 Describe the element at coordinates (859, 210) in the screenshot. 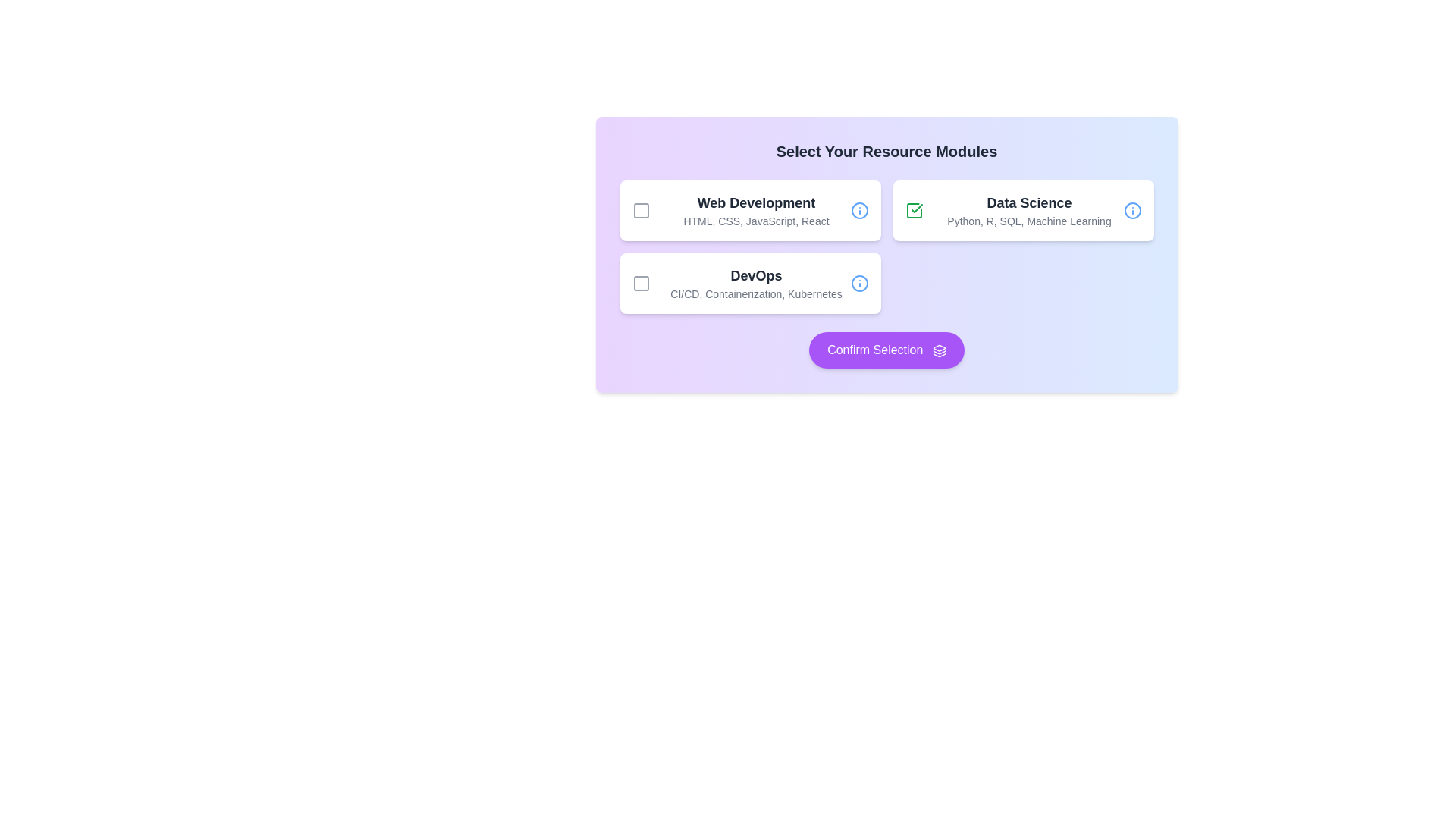

I see `the informational icon located in the top-left card labeled 'Web Development', situated to the far right next to the text 'HTML, CSS, JavaScript, React'` at that location.